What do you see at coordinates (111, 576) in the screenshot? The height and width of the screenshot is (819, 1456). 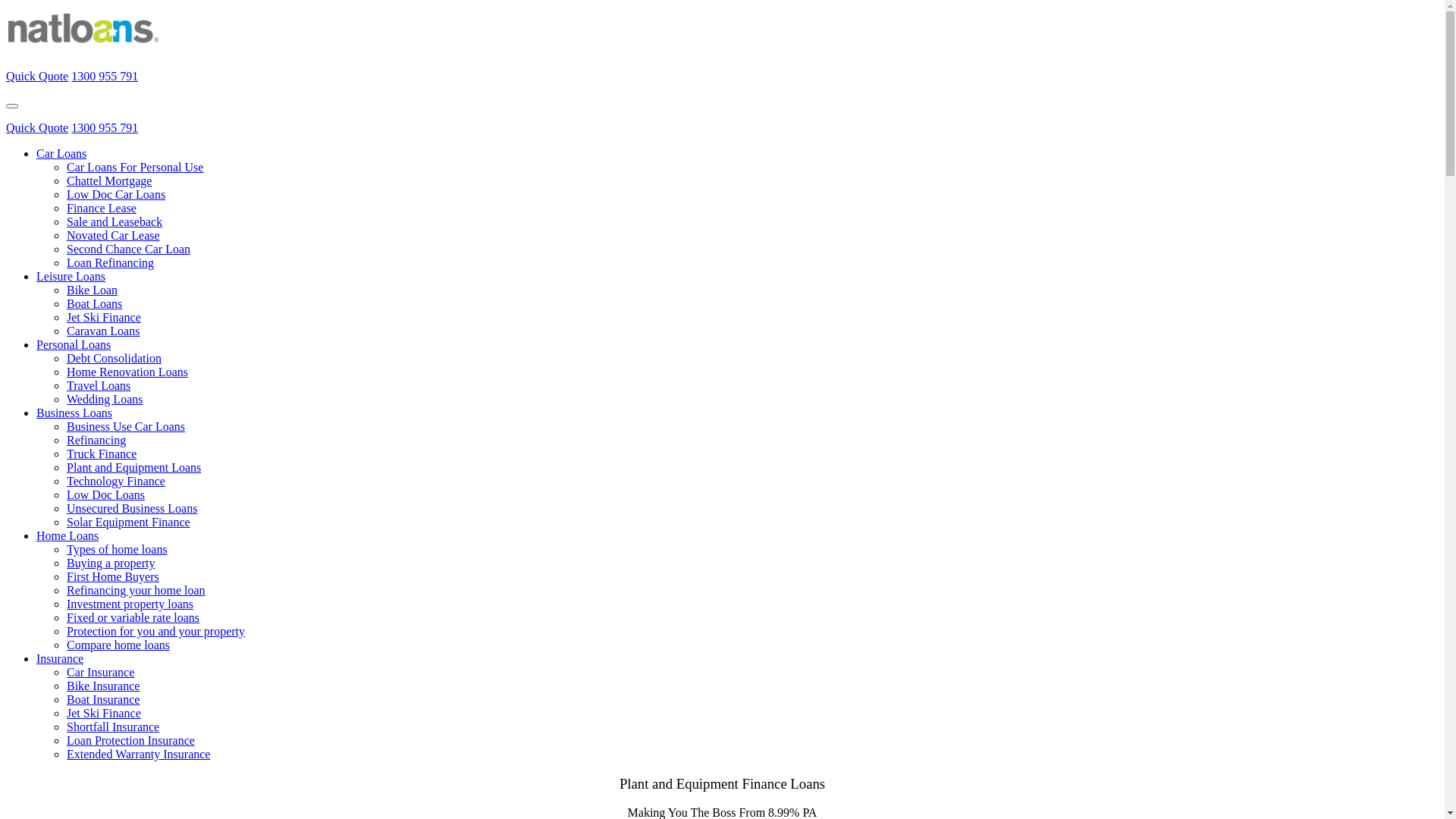 I see `'First Home Buyers'` at bounding box center [111, 576].